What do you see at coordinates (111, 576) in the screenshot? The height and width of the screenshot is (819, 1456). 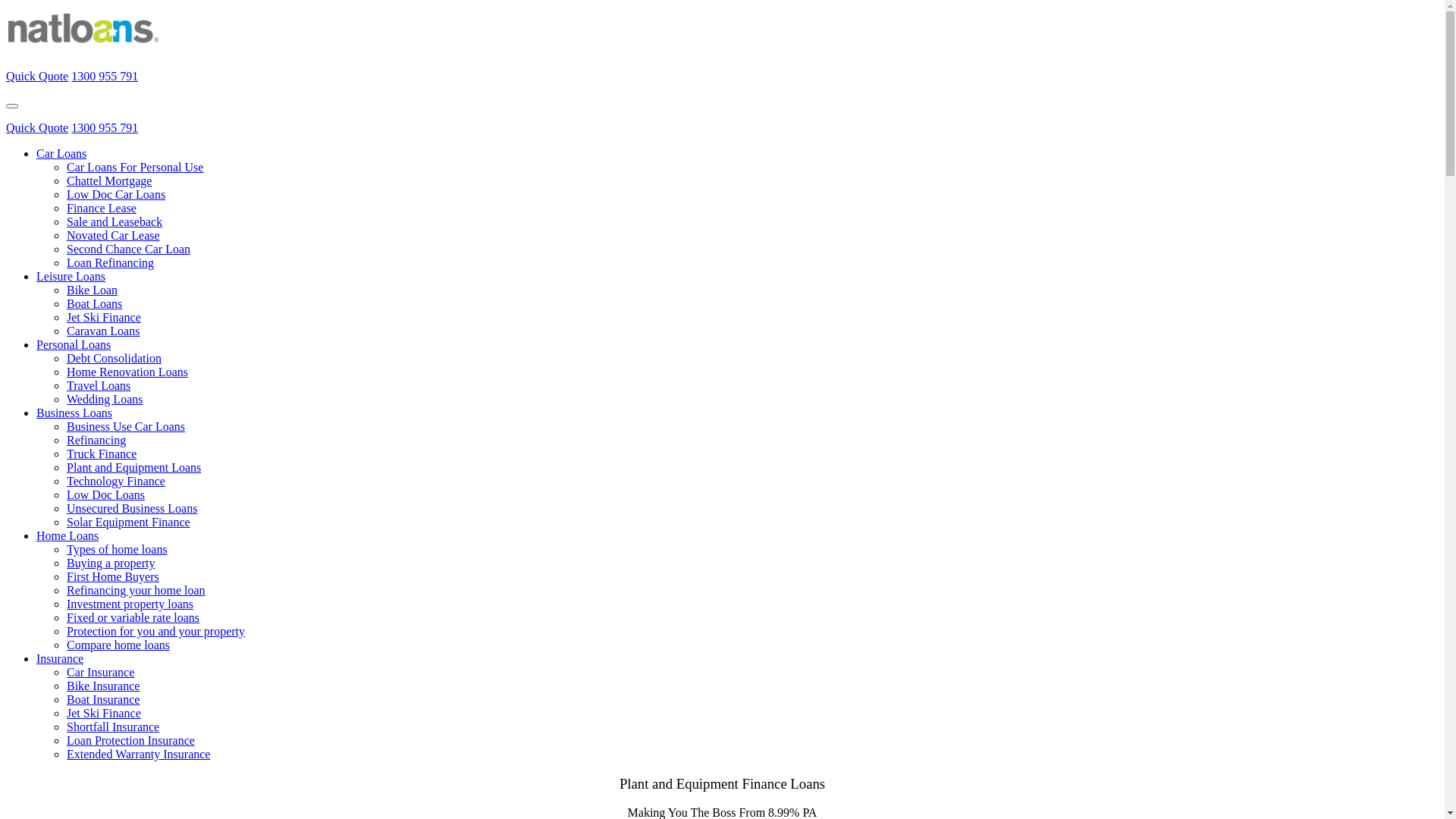 I see `'First Home Buyers'` at bounding box center [111, 576].